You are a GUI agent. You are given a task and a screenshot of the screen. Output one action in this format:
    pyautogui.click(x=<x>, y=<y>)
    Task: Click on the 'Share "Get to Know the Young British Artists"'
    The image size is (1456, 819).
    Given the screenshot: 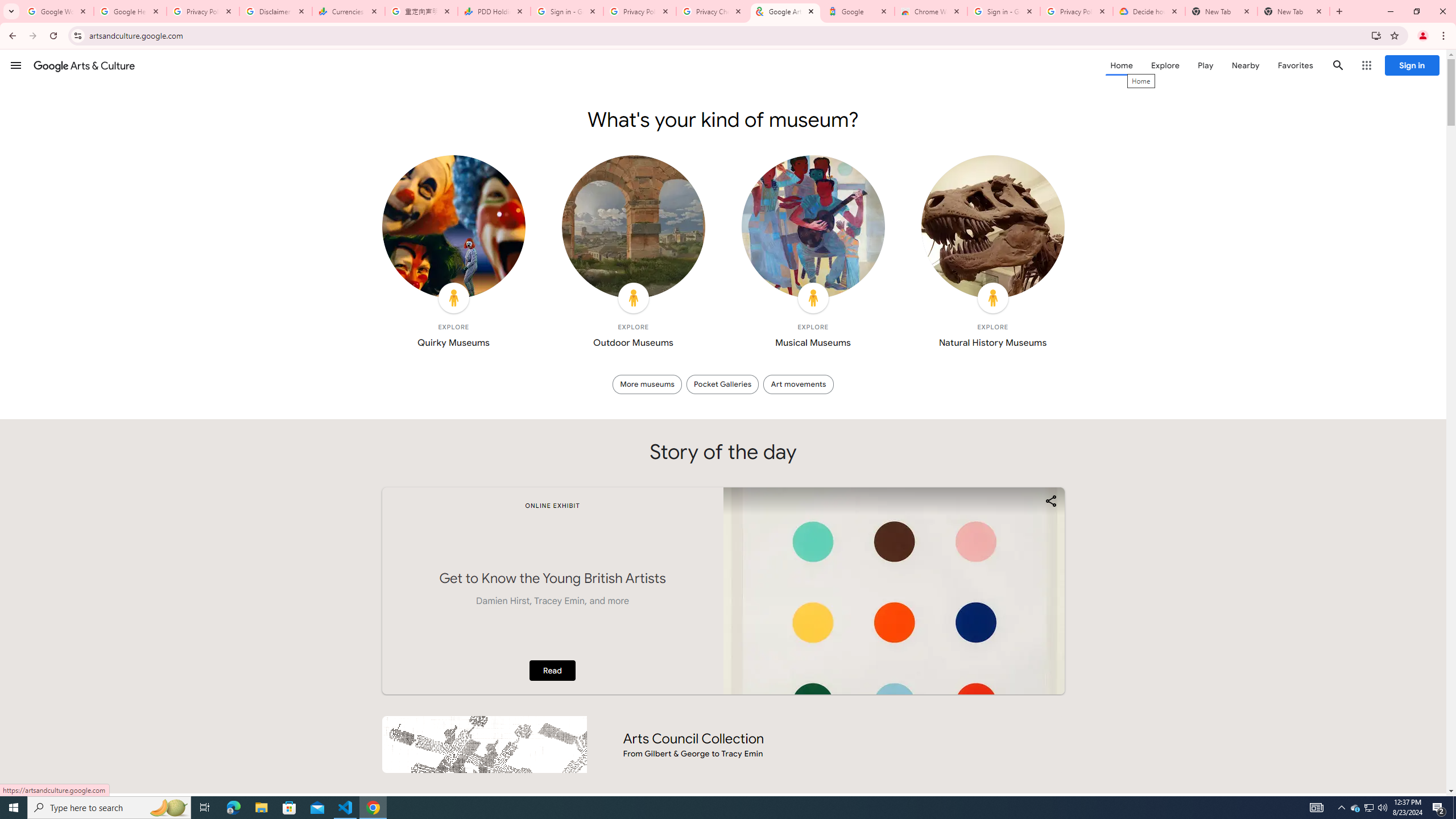 What is the action you would take?
    pyautogui.click(x=1050, y=500)
    